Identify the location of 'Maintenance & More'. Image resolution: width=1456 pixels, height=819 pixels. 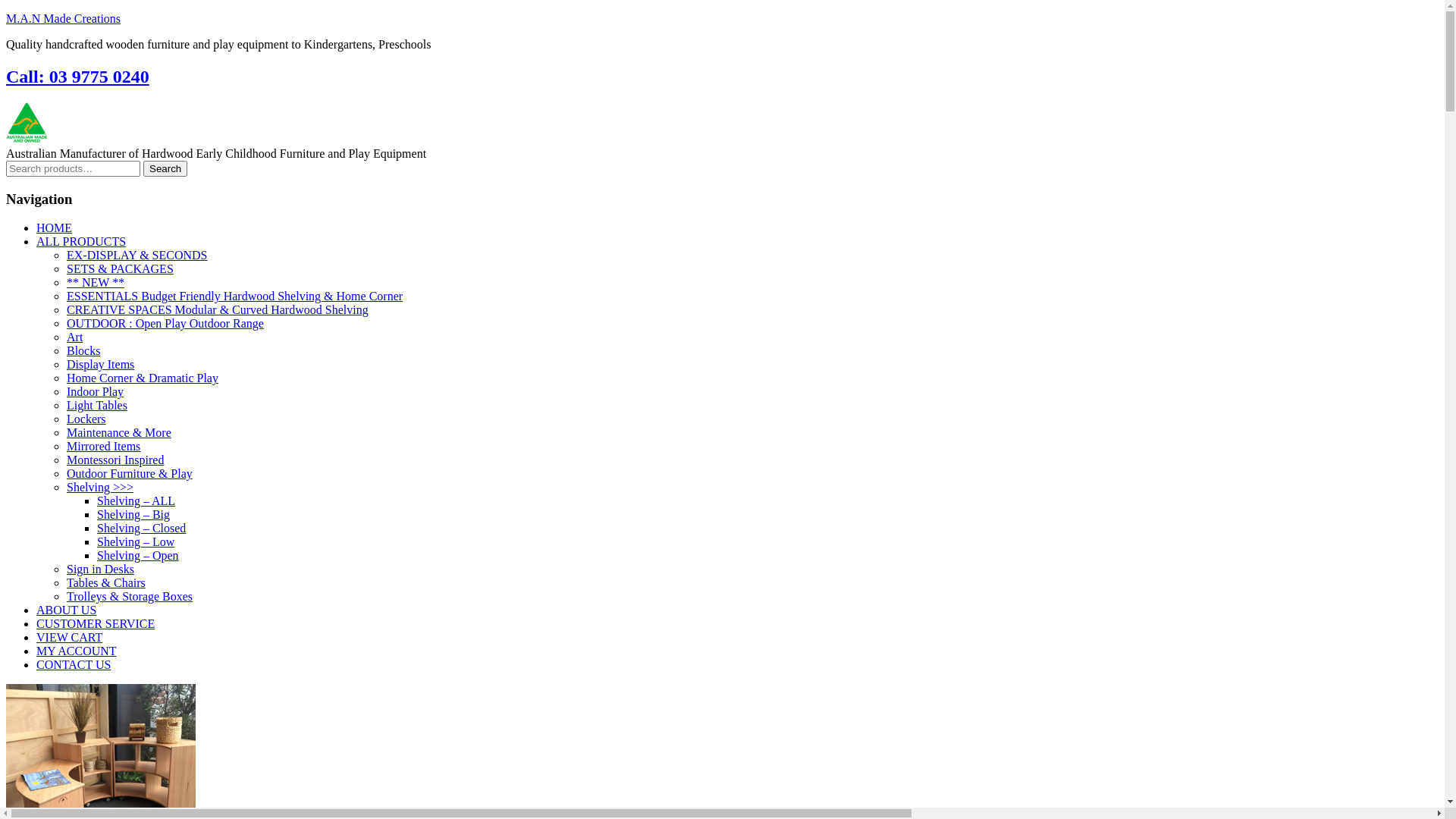
(118, 432).